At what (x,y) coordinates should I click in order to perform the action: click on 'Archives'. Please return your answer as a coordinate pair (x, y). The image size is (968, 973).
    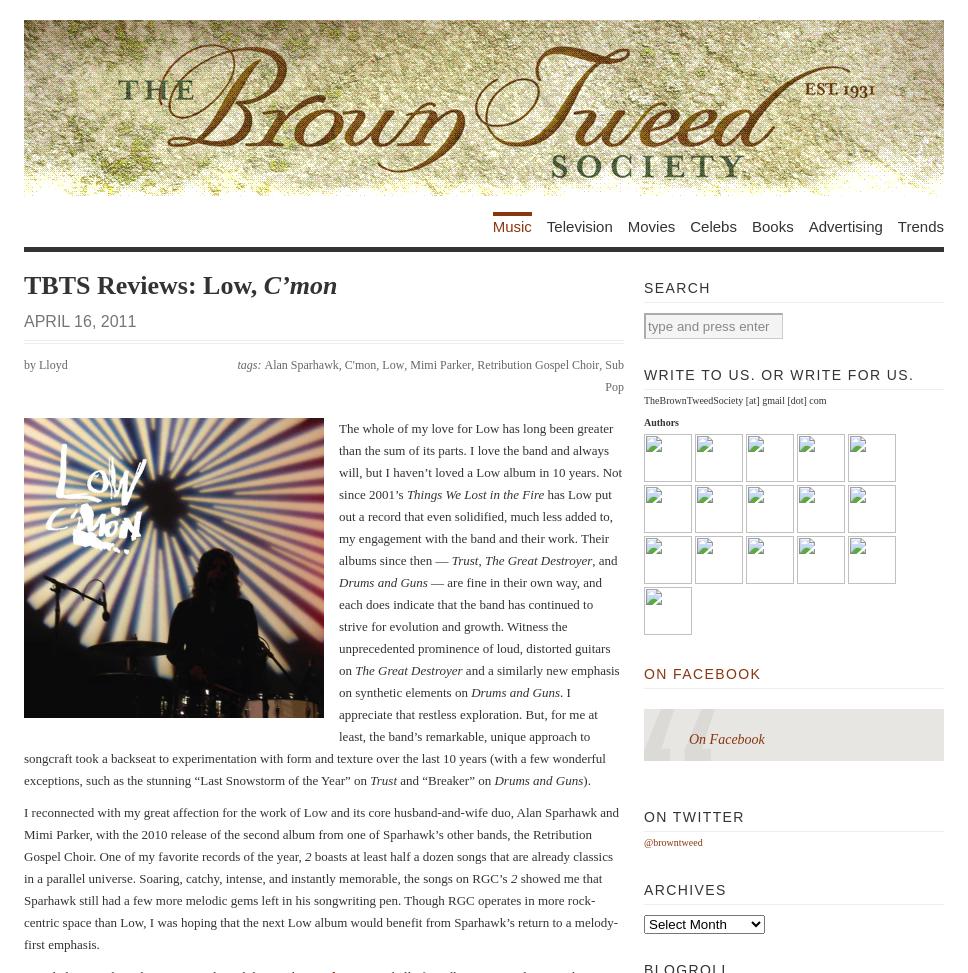
    Looking at the image, I should click on (684, 890).